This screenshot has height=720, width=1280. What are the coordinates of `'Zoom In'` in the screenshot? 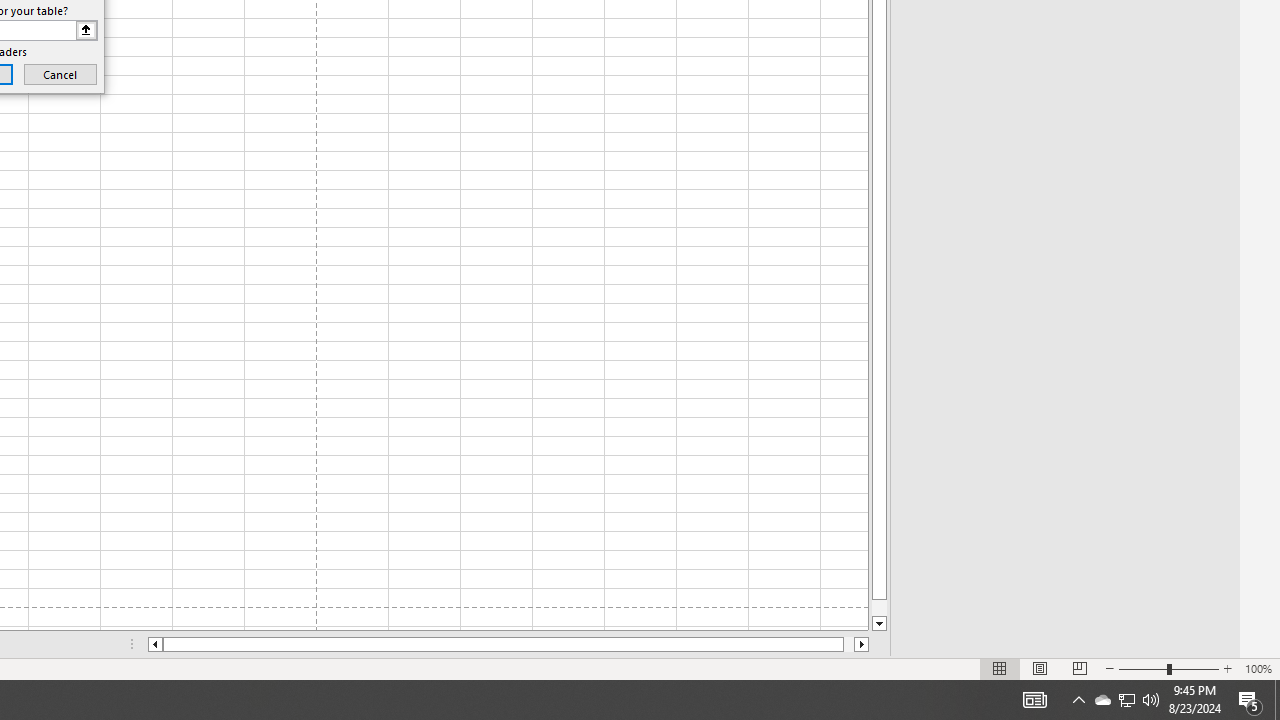 It's located at (1226, 669).